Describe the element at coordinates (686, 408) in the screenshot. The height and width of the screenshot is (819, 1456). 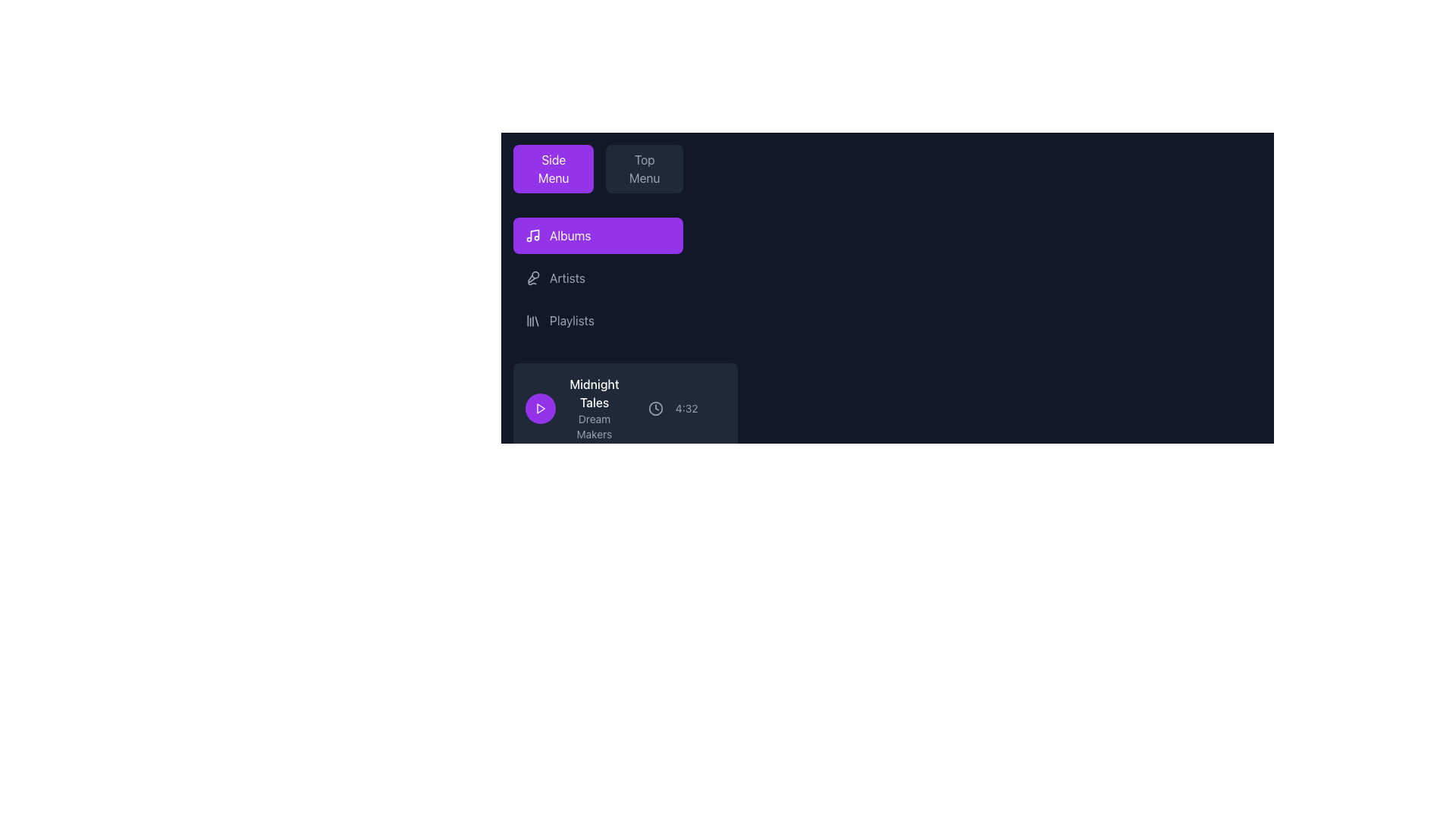
I see `the duration displayed in gray text, formatted as '4:32', located to the right of a clock icon within the media details box` at that location.